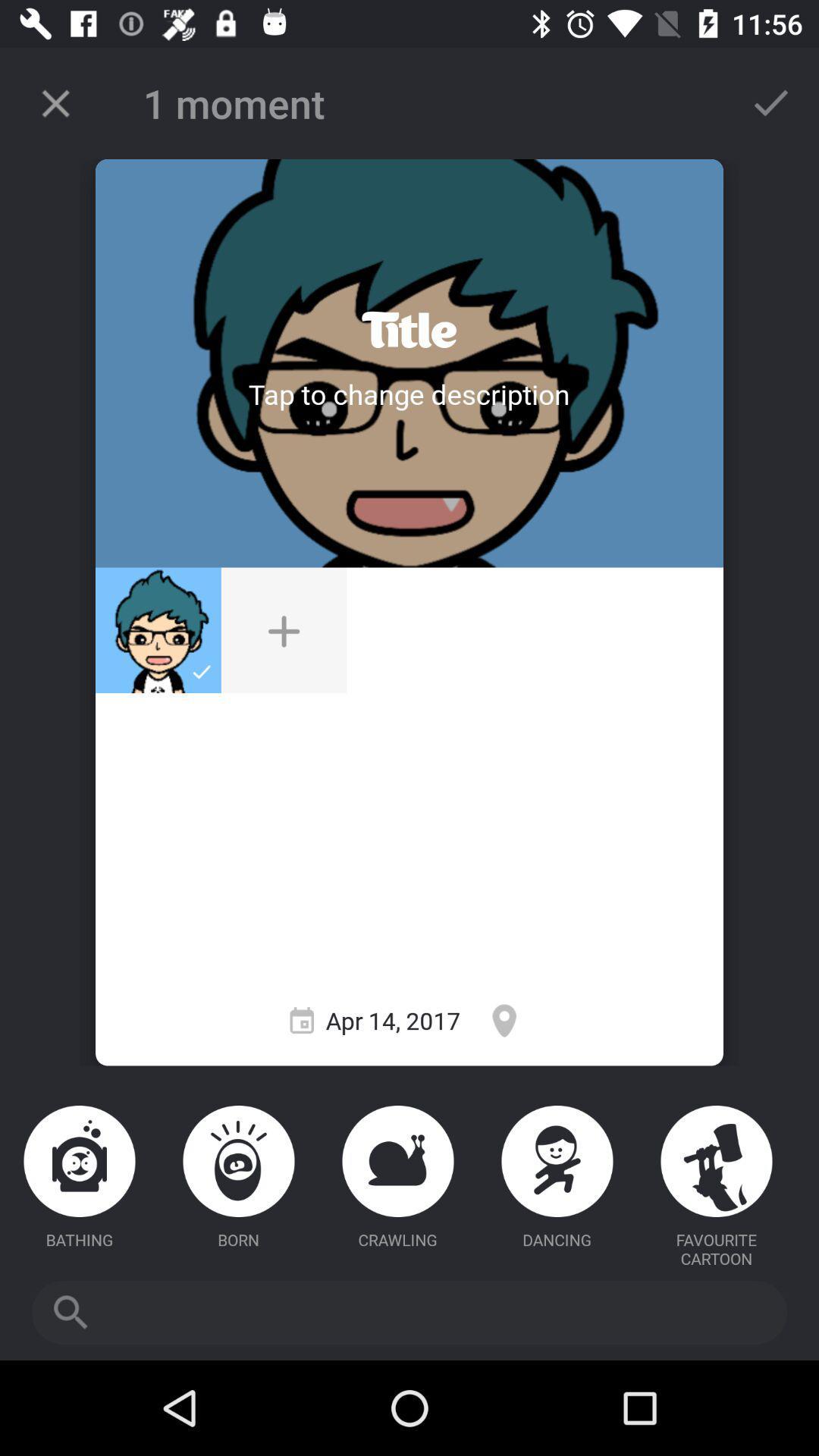 The width and height of the screenshot is (819, 1456). Describe the element at coordinates (408, 329) in the screenshot. I see `change title` at that location.